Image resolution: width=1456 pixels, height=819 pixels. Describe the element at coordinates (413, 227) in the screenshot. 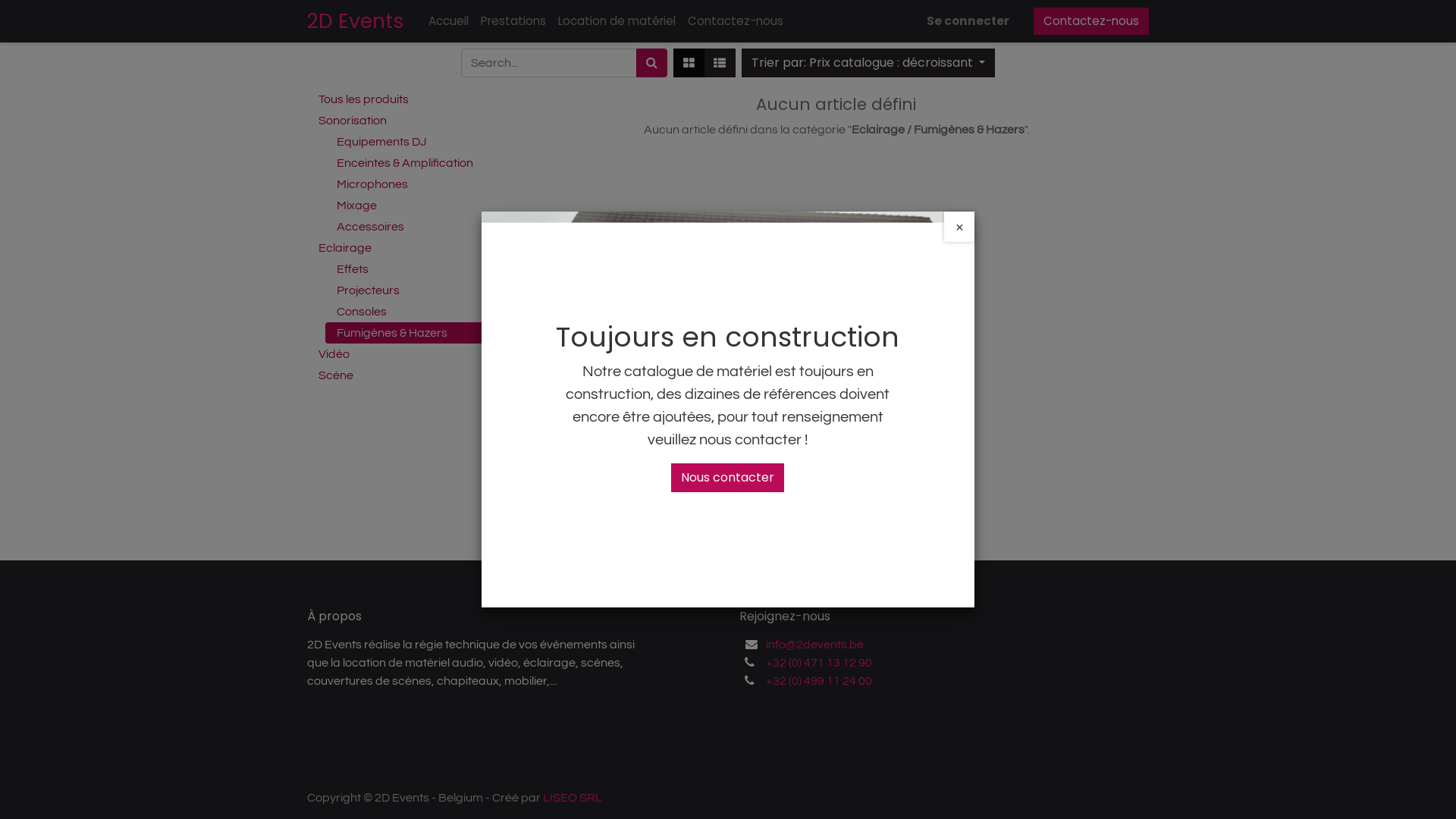

I see `'Accessoires'` at that location.